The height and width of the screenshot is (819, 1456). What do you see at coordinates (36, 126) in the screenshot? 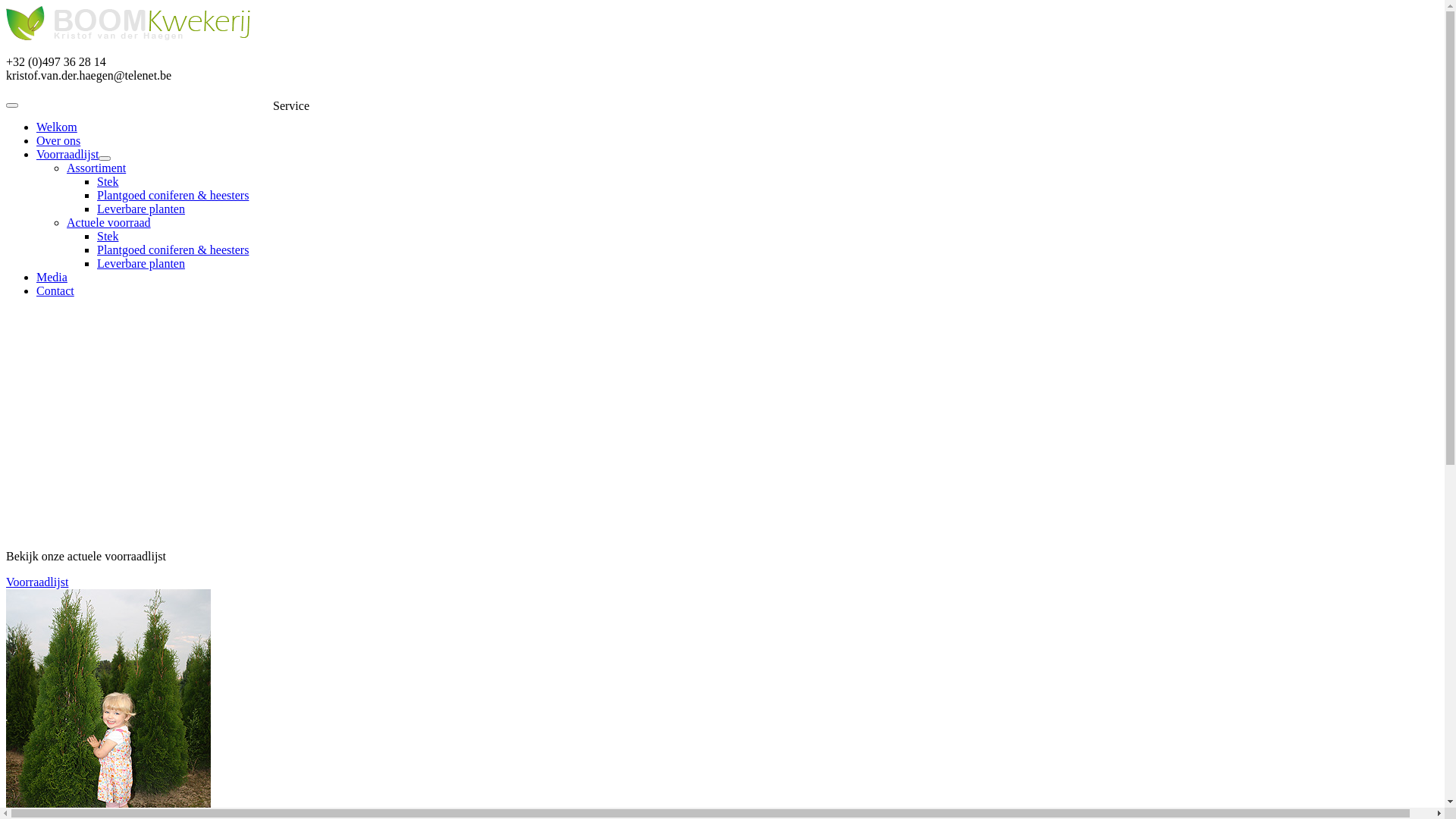
I see `'Welkom'` at bounding box center [36, 126].